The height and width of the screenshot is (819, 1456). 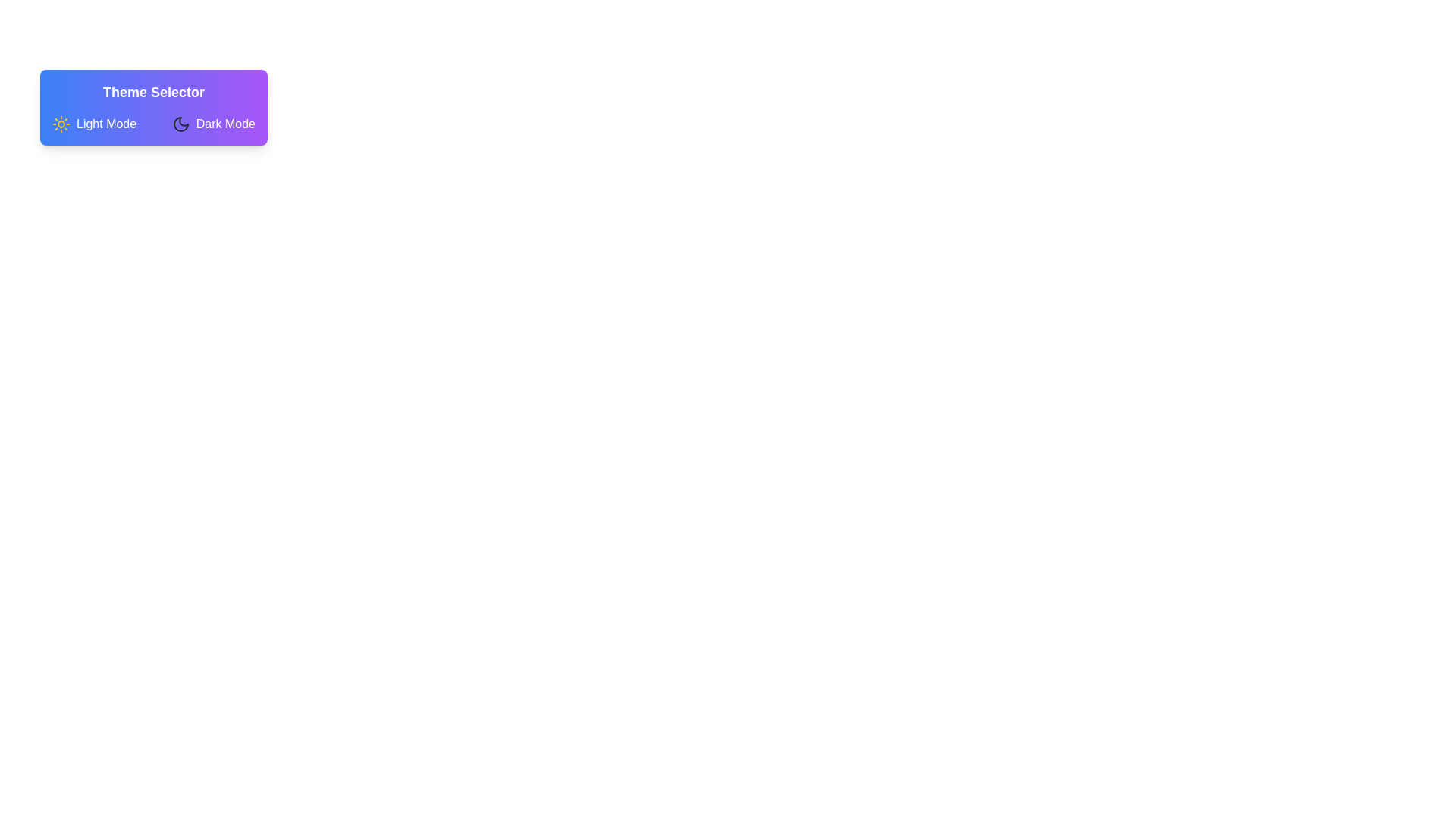 What do you see at coordinates (153, 124) in the screenshot?
I see `the Combined toggle switch labeled 'Theme Selector' to change the theme between light and dark modes` at bounding box center [153, 124].